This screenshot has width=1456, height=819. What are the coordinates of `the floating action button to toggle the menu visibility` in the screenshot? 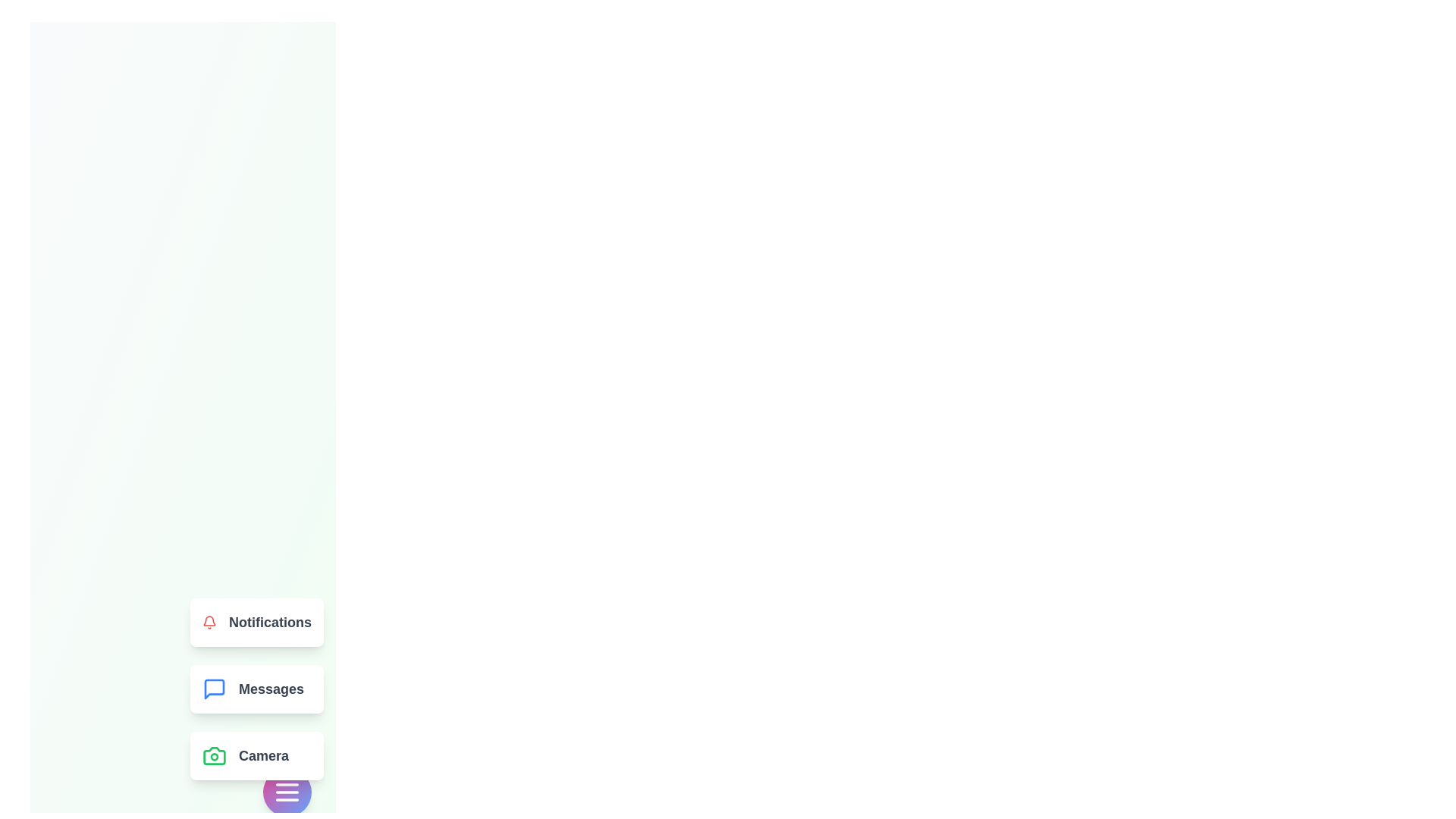 It's located at (287, 792).